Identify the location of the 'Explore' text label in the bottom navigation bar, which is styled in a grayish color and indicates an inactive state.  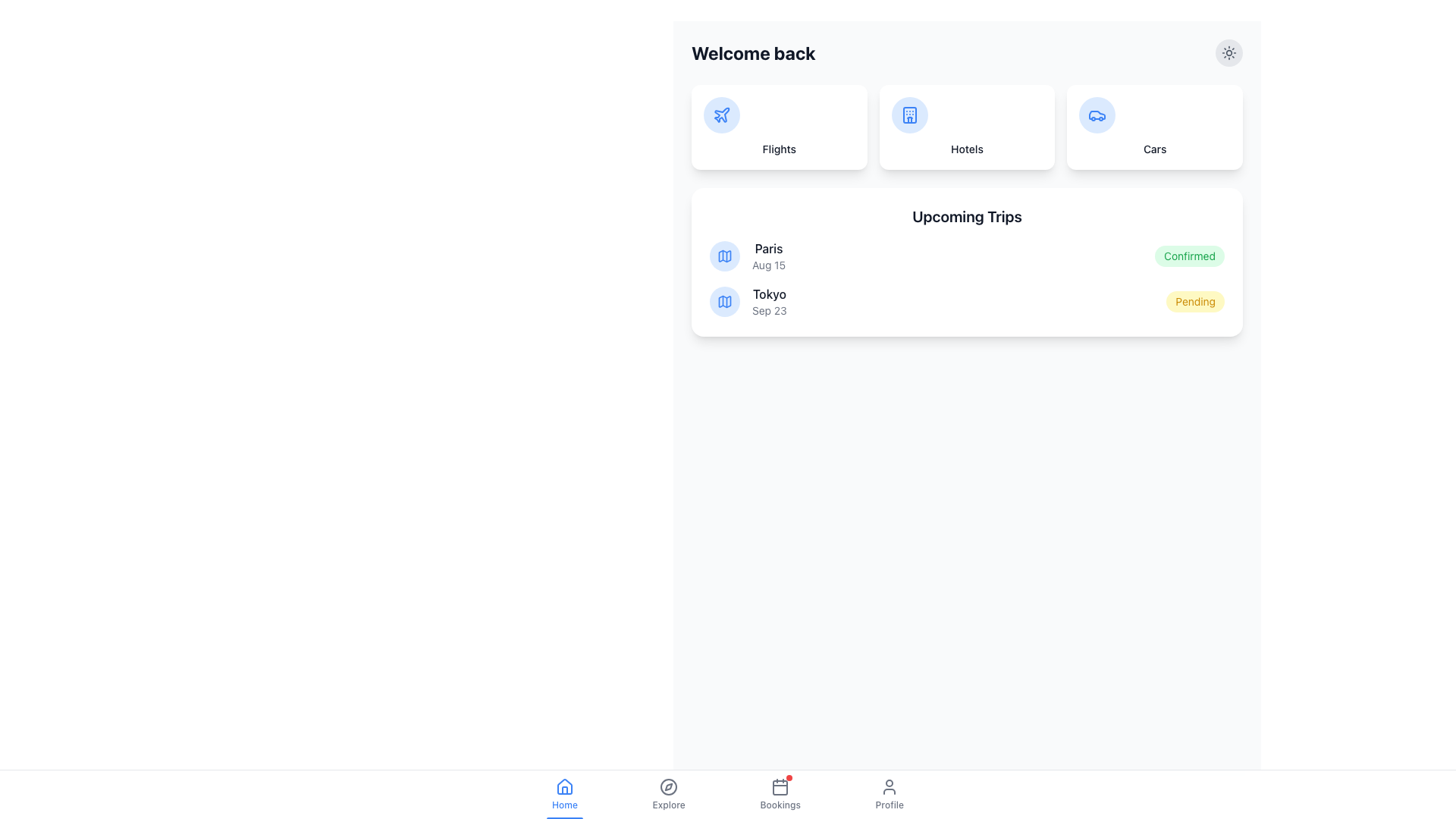
(668, 804).